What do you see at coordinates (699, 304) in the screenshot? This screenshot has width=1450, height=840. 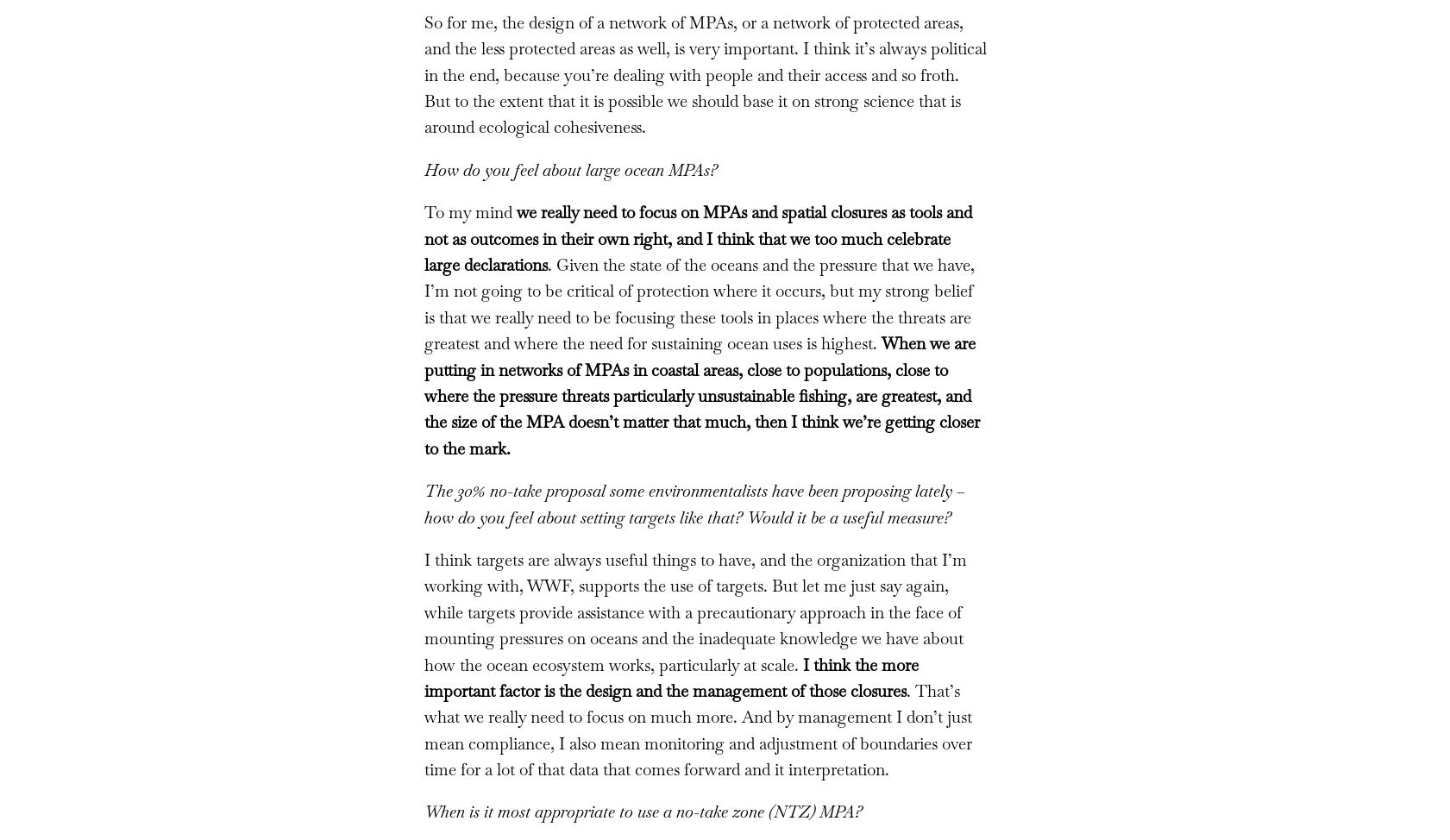 I see `'. Given the state of the oceans and the pressure that we have, I’m not going to be critical of protection where it occurs, but my strong belief is that we really need to be focusing these tools in places where the threats are greatest and where the need for sustaining ocean uses is highest.'` at bounding box center [699, 304].